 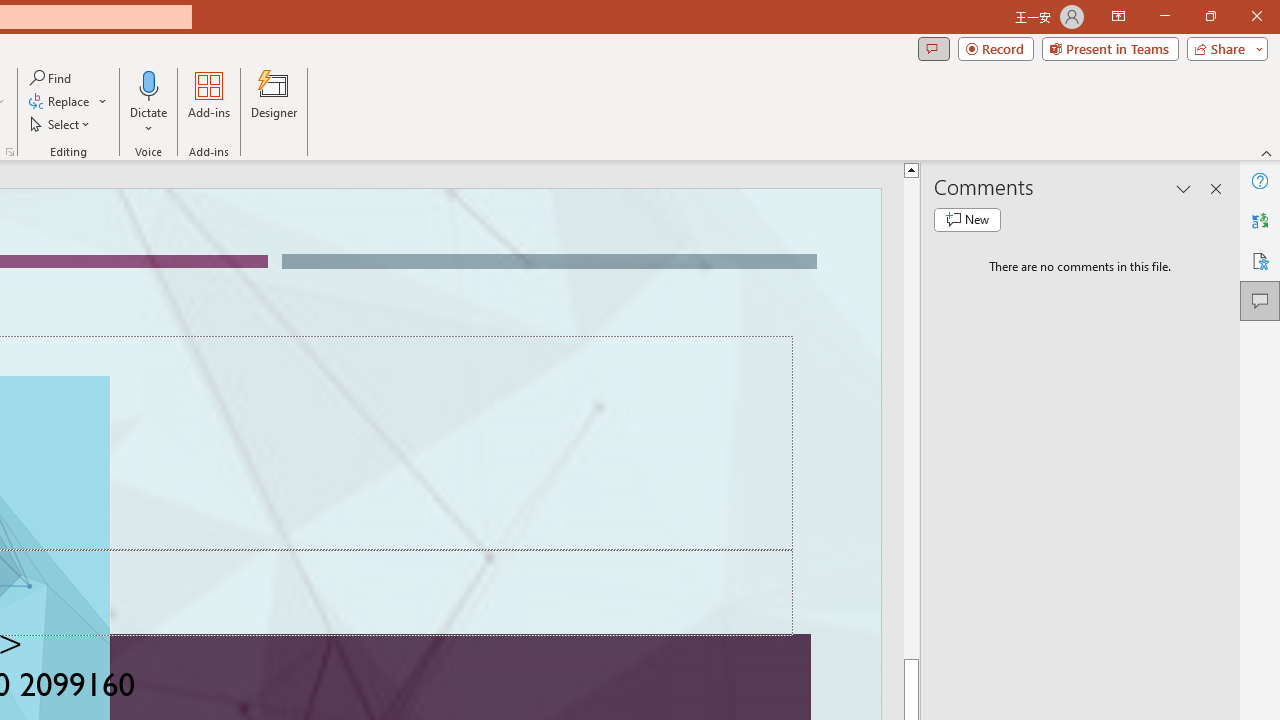 What do you see at coordinates (1184, 189) in the screenshot?
I see `'Task Pane Options'` at bounding box center [1184, 189].